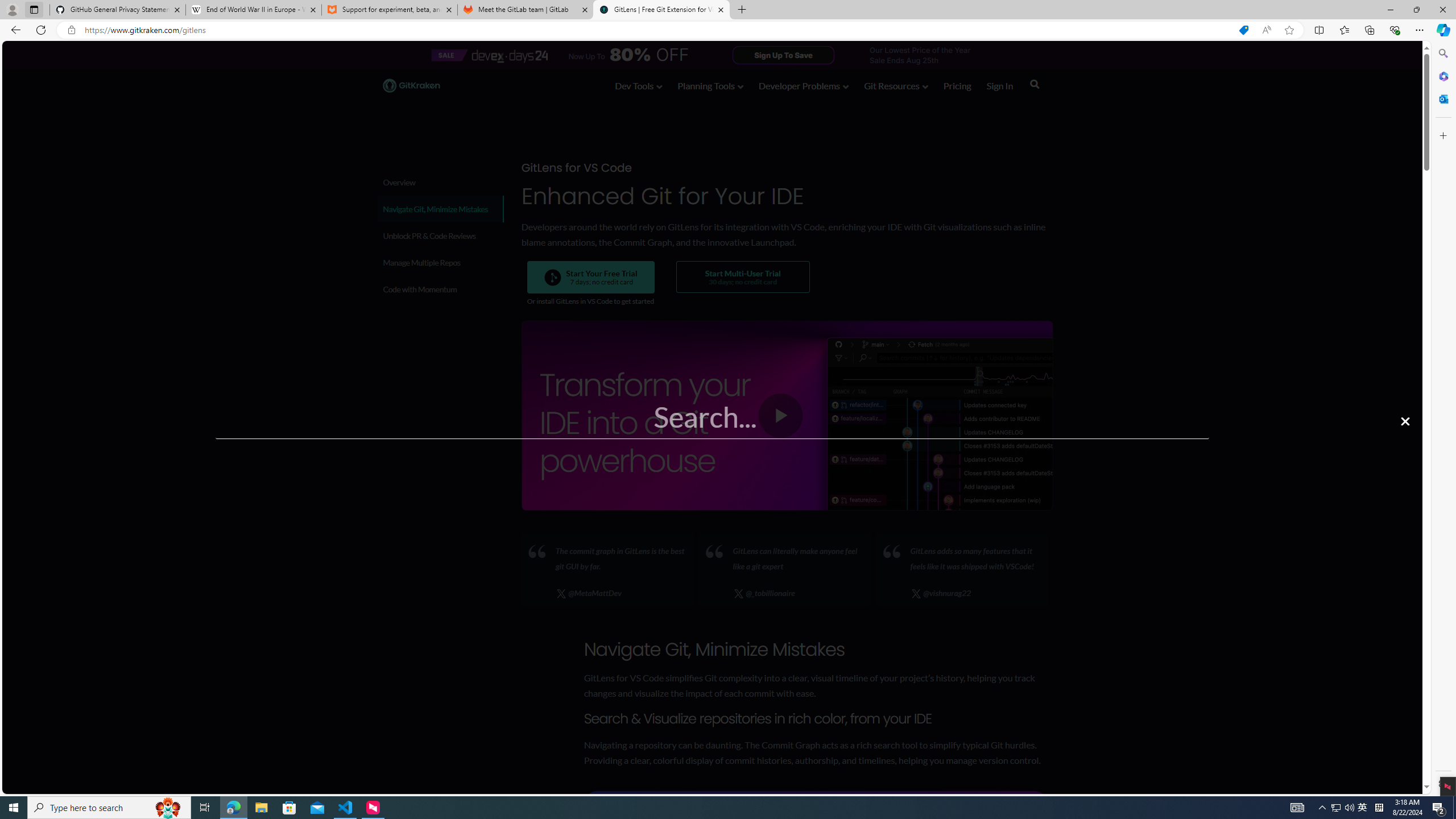 The height and width of the screenshot is (819, 1456). What do you see at coordinates (440, 209) in the screenshot?
I see `'Navigate Git, Minimize Mistakes'` at bounding box center [440, 209].